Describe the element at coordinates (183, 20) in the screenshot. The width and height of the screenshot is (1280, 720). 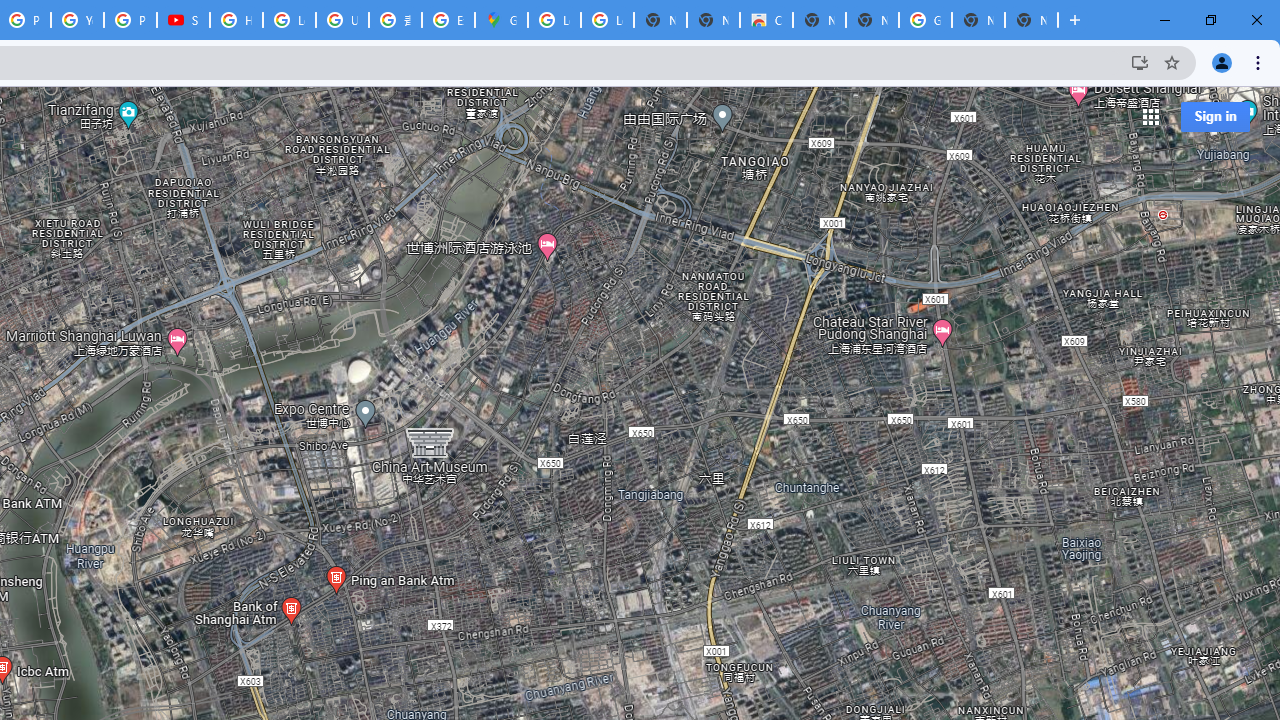
I see `'Subscriptions - YouTube'` at that location.